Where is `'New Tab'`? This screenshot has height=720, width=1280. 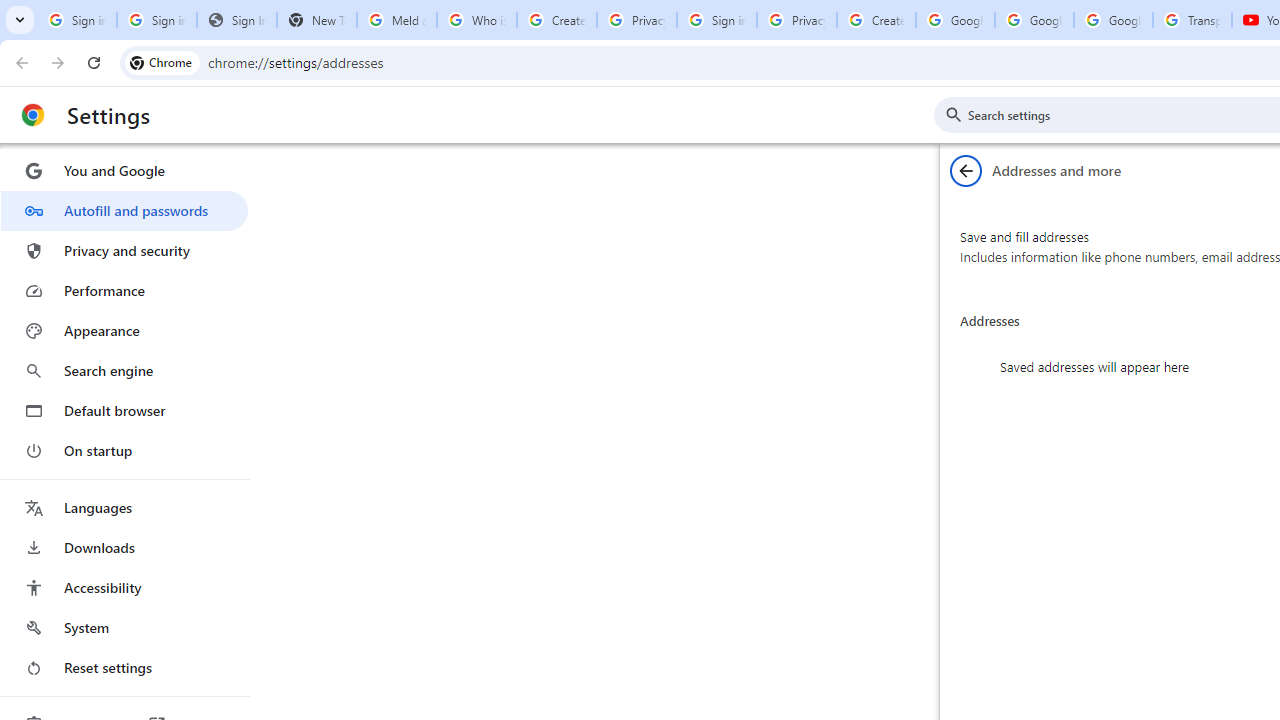 'New Tab' is located at coordinates (315, 20).